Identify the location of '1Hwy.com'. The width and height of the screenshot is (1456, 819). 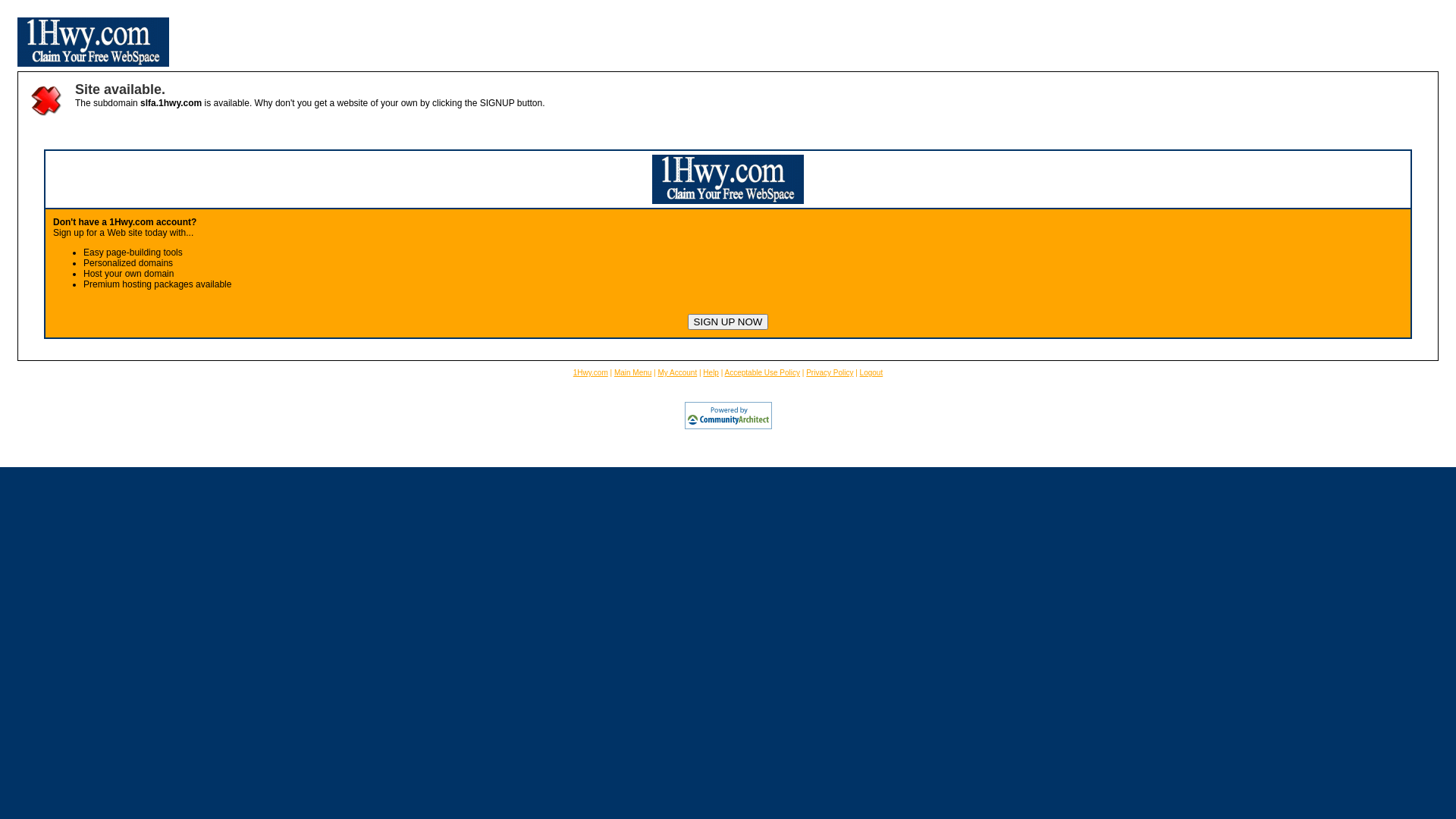
(589, 372).